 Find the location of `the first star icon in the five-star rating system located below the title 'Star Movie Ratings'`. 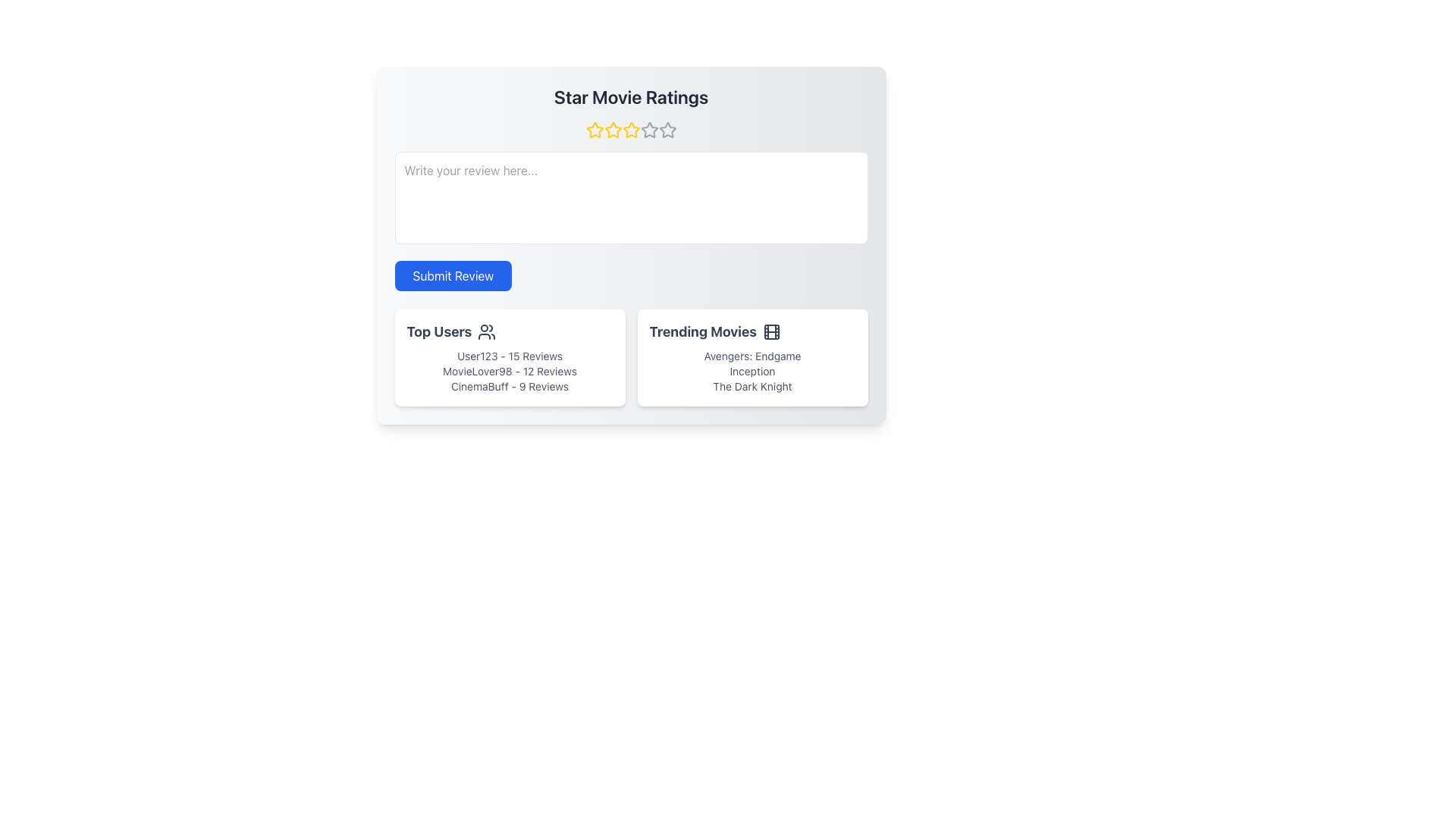

the first star icon in the five-star rating system located below the title 'Star Movie Ratings' is located at coordinates (594, 130).